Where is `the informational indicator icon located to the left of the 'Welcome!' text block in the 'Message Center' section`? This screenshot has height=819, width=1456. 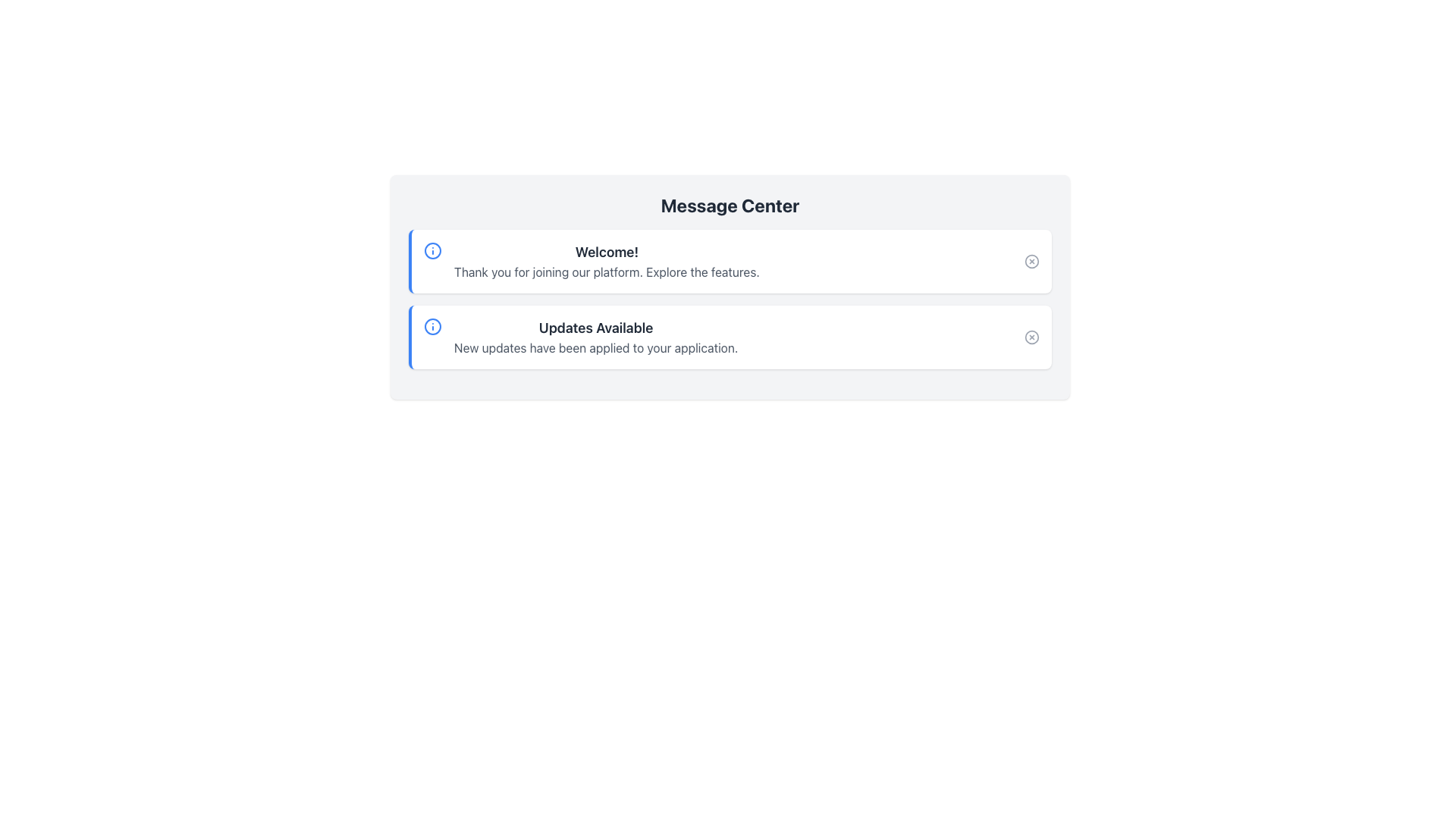 the informational indicator icon located to the left of the 'Welcome!' text block in the 'Message Center' section is located at coordinates (432, 250).